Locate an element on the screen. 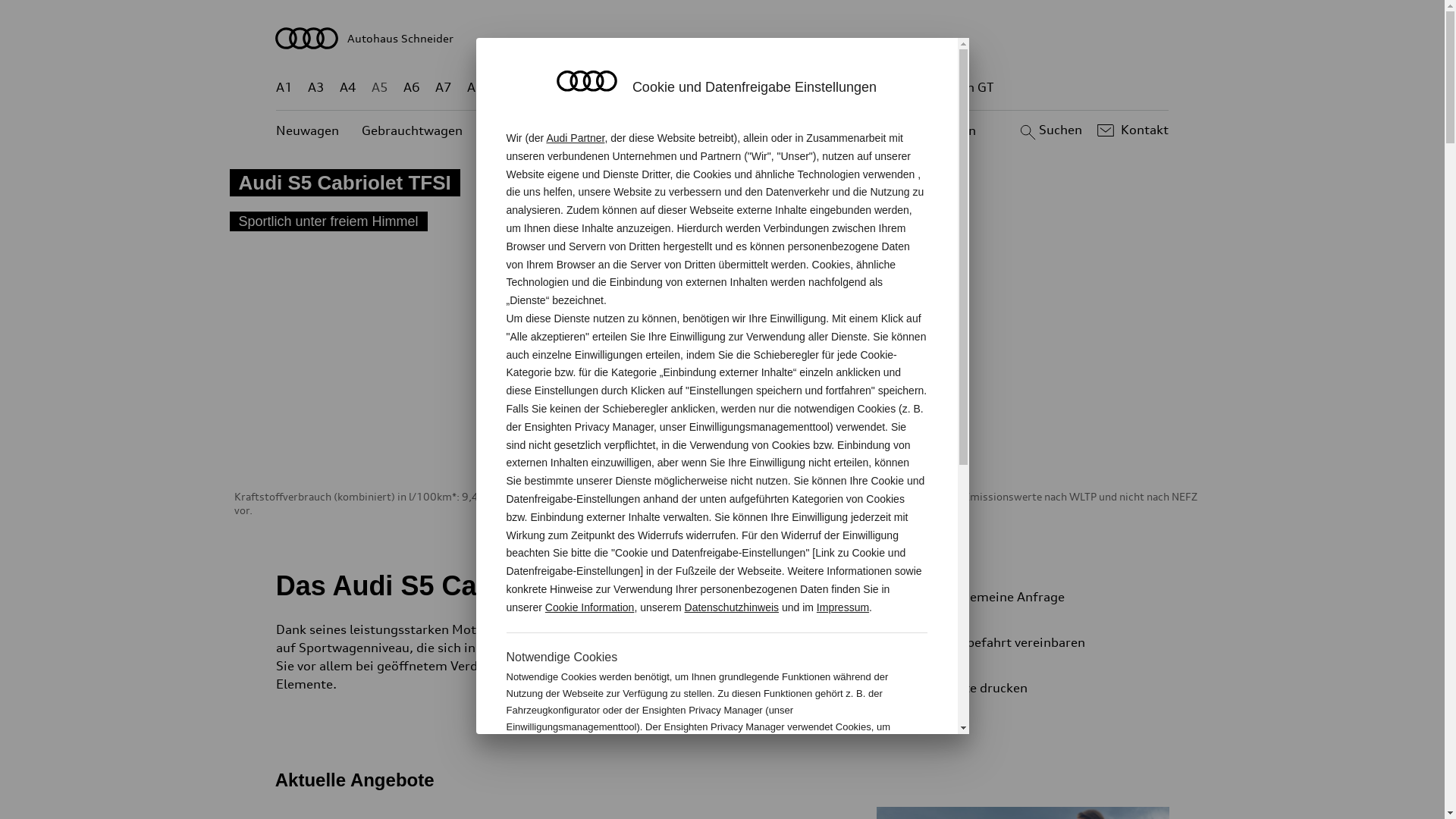  'e-tron GT' is located at coordinates (937, 87).